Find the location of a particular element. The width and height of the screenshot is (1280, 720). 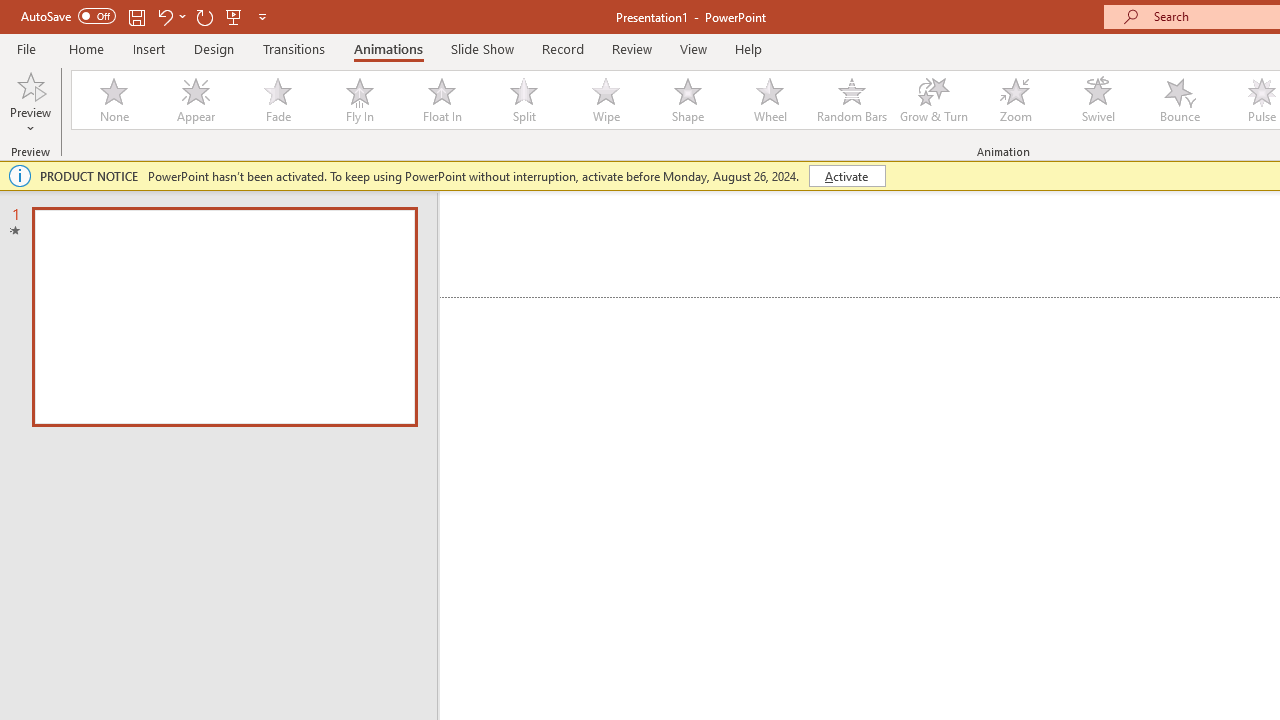

'Grow & Turn' is located at coordinates (933, 100).